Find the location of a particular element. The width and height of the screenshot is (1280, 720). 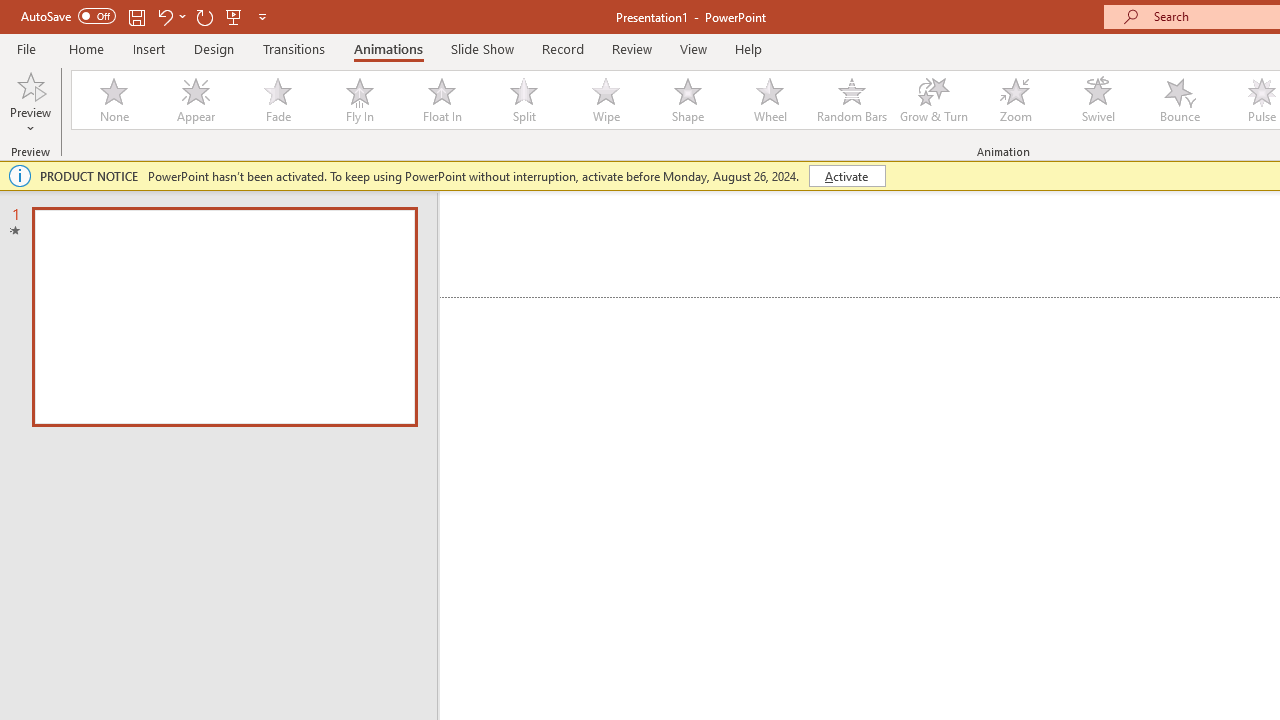

'Grow & Turn' is located at coordinates (933, 100).